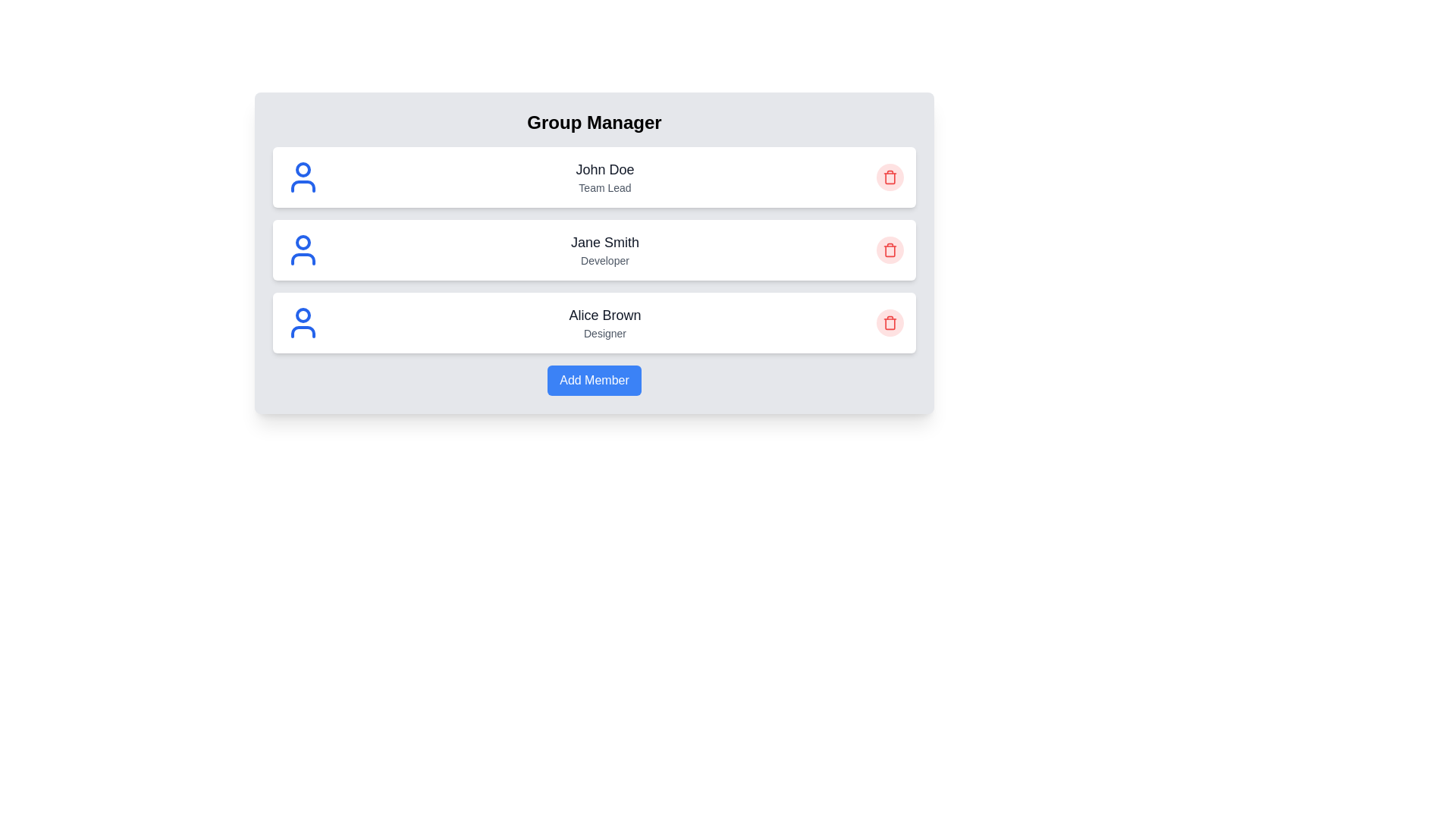  Describe the element at coordinates (593, 322) in the screenshot. I see `the user profile entry for 'Alice Brown', a Designer` at that location.